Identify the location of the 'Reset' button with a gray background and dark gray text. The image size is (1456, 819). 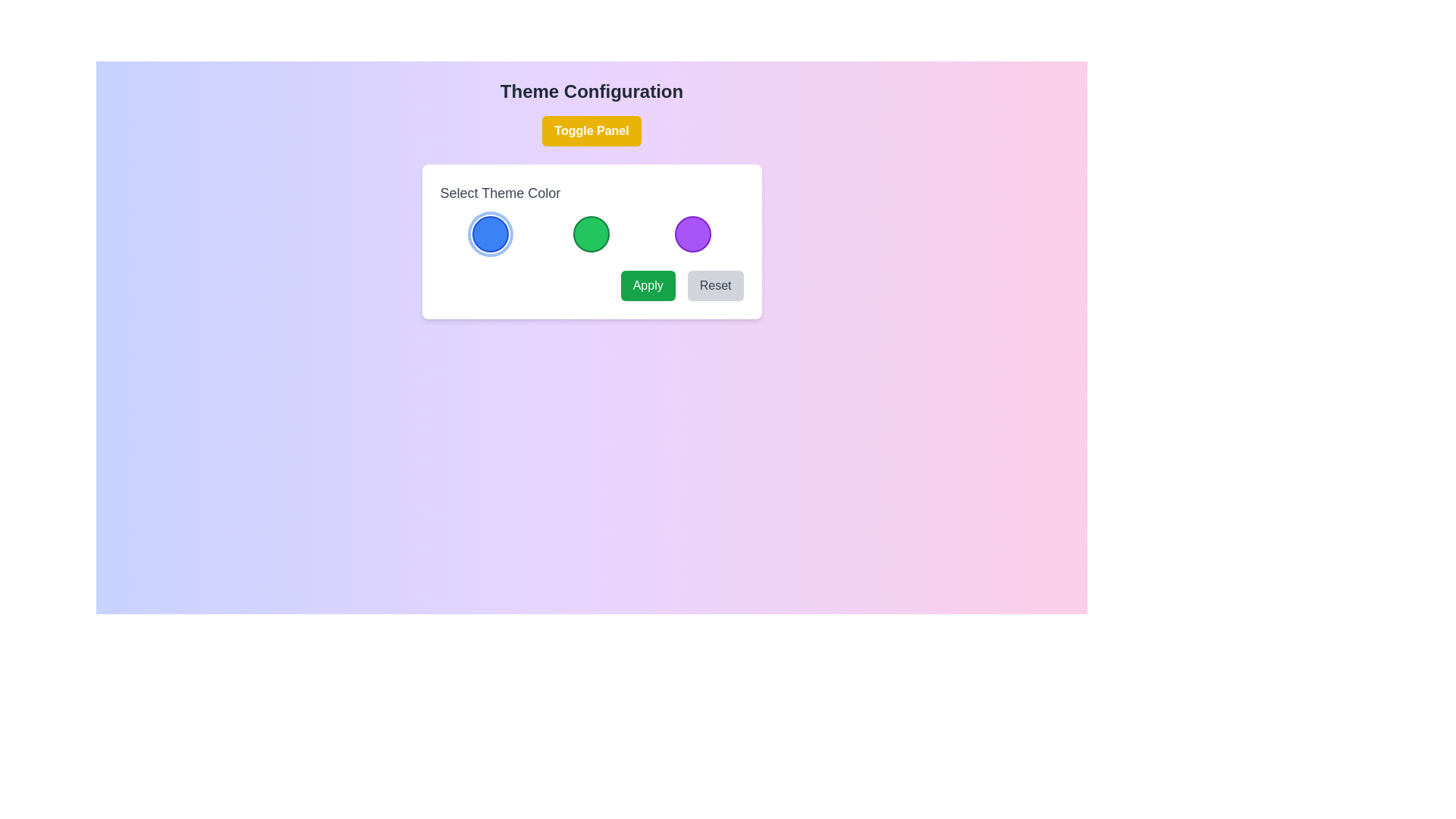
(714, 286).